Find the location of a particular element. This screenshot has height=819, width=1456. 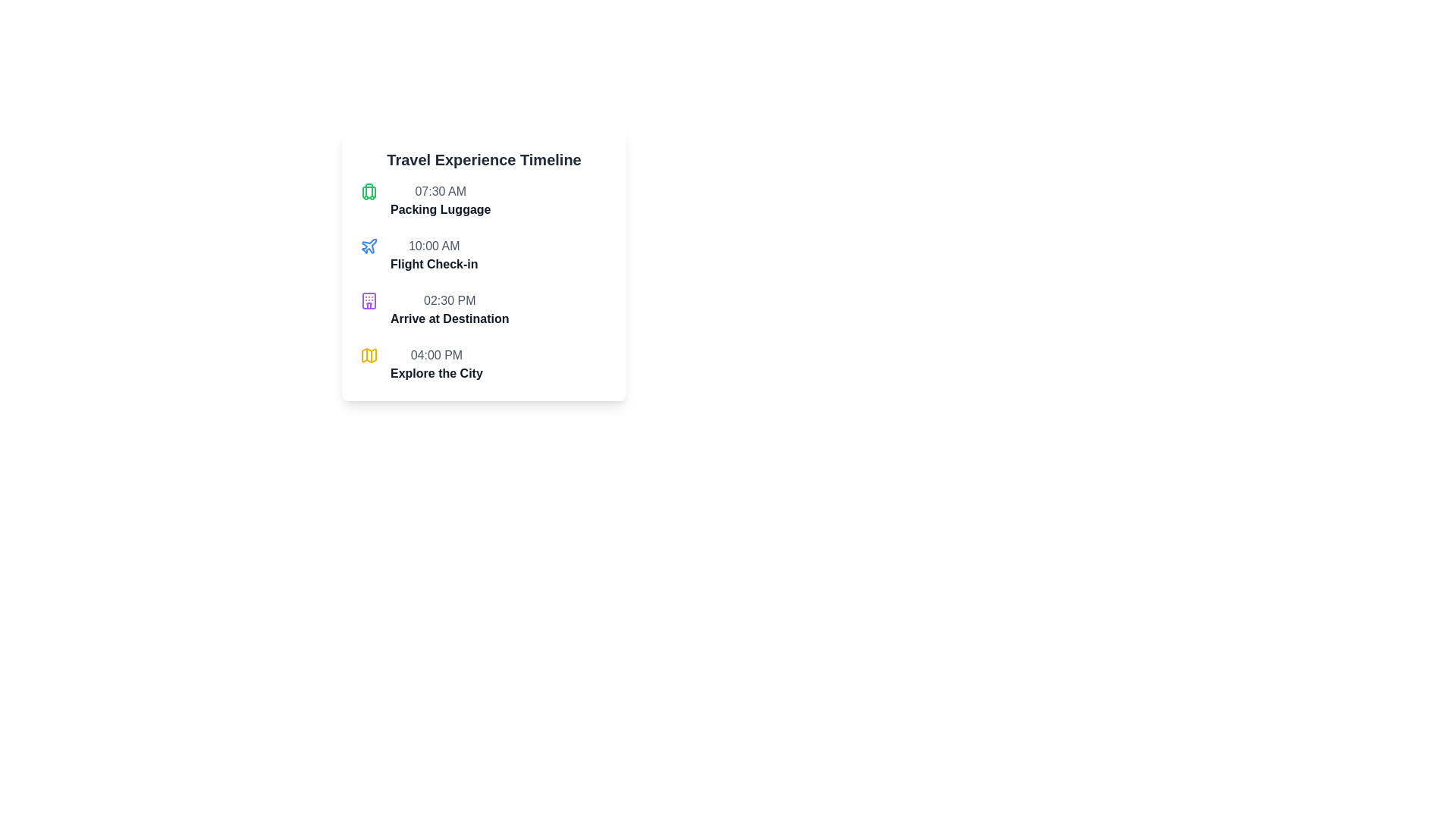

the timestamp text label associated with the 'Flight Check-in' event, located in the second row of the timeline, beneath 'Packing Luggage' is located at coordinates (433, 245).